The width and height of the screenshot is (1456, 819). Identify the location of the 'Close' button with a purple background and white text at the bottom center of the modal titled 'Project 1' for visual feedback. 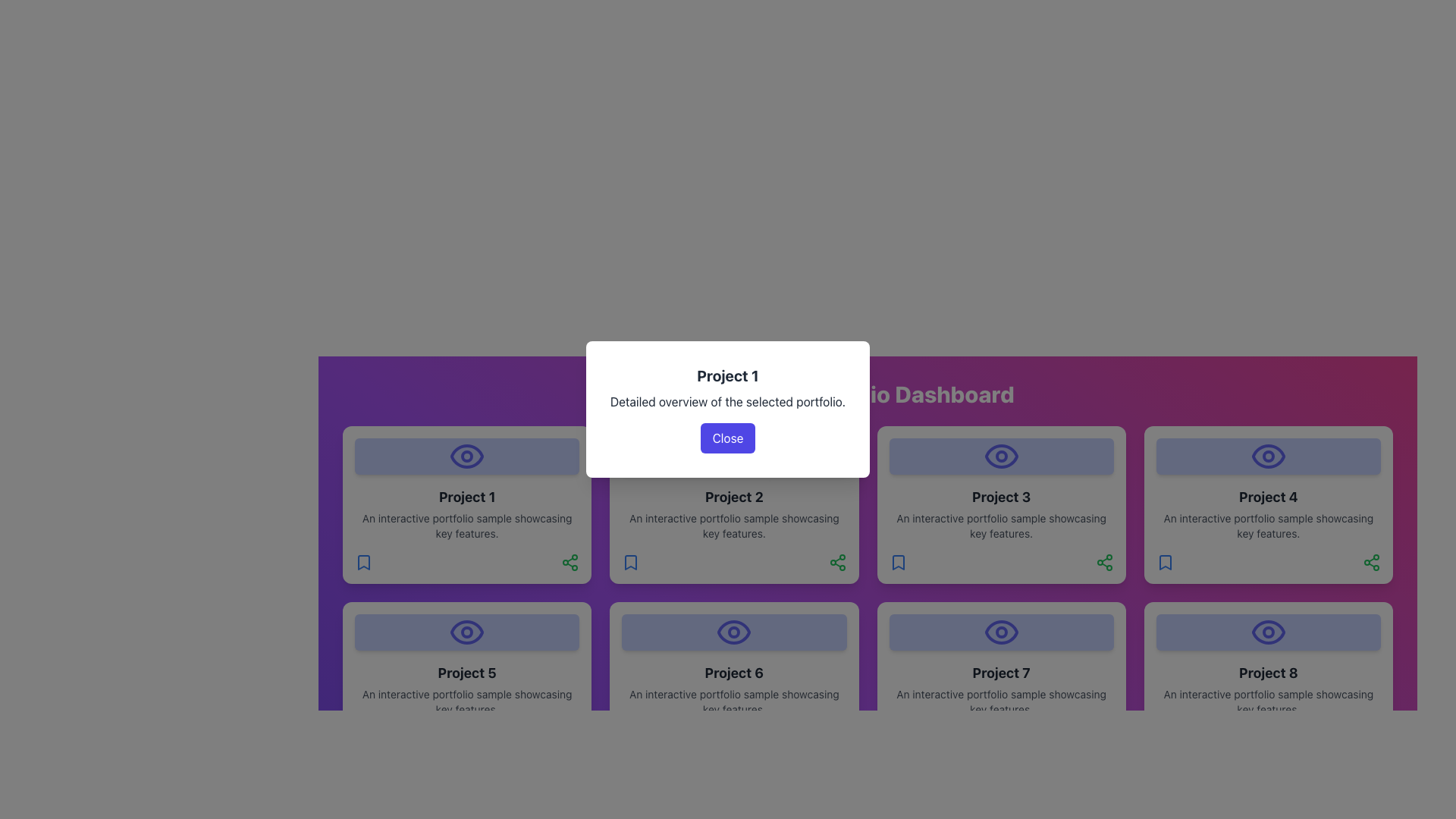
(728, 438).